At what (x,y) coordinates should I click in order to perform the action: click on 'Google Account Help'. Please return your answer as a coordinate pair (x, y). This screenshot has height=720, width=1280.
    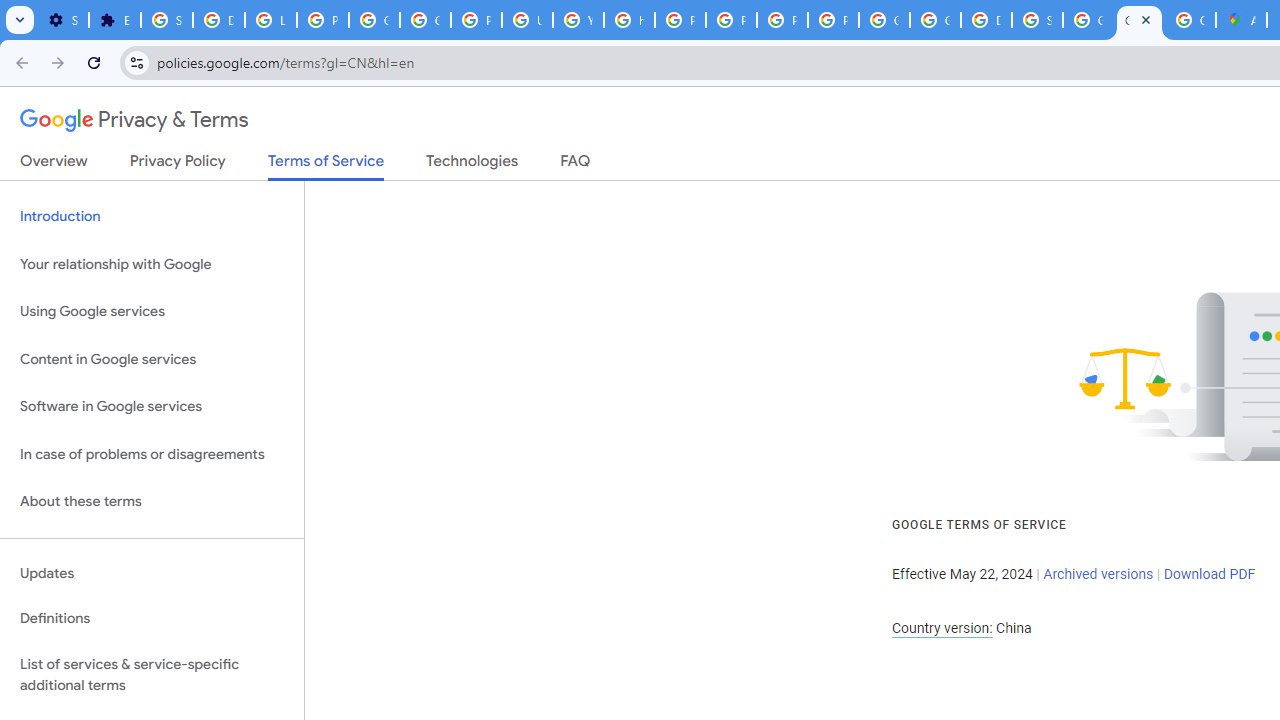
    Looking at the image, I should click on (375, 20).